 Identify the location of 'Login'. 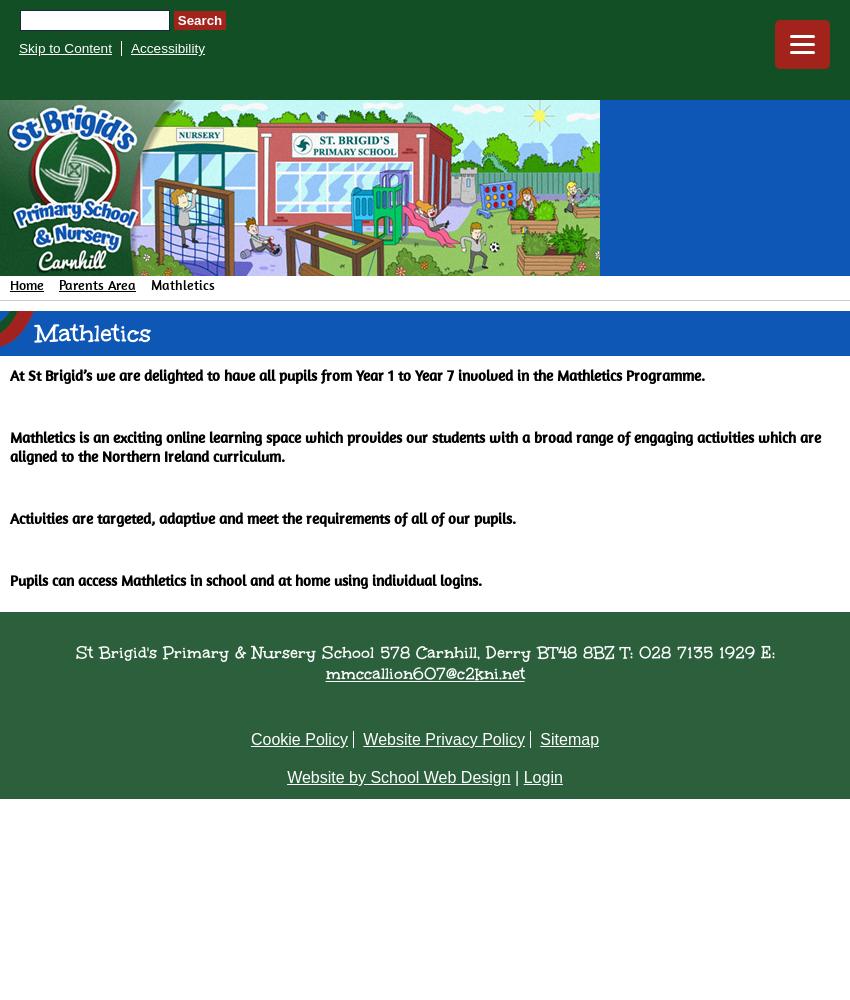
(541, 777).